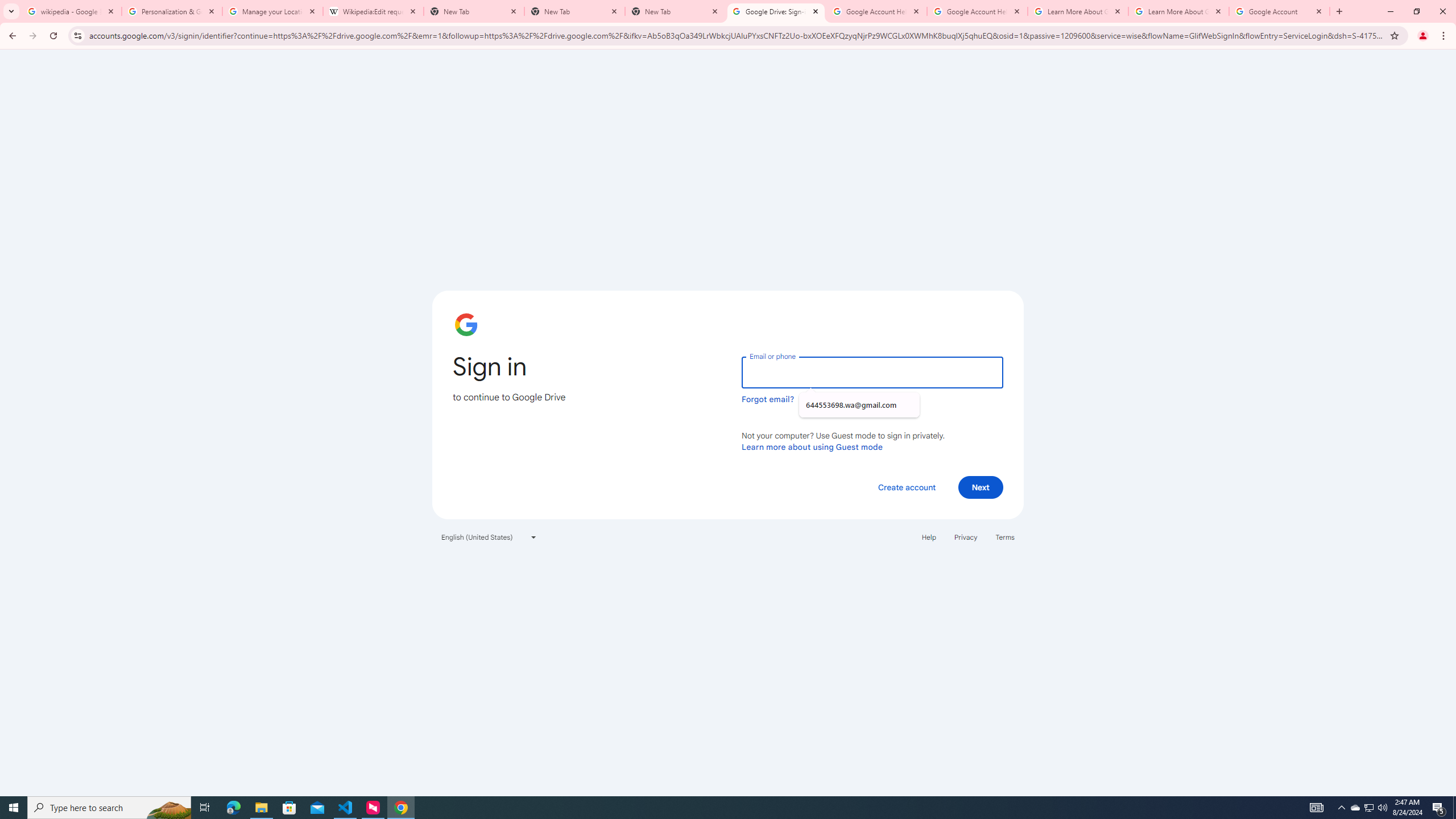 This screenshot has width=1456, height=819. I want to click on 'Privacy', so click(965, 536).